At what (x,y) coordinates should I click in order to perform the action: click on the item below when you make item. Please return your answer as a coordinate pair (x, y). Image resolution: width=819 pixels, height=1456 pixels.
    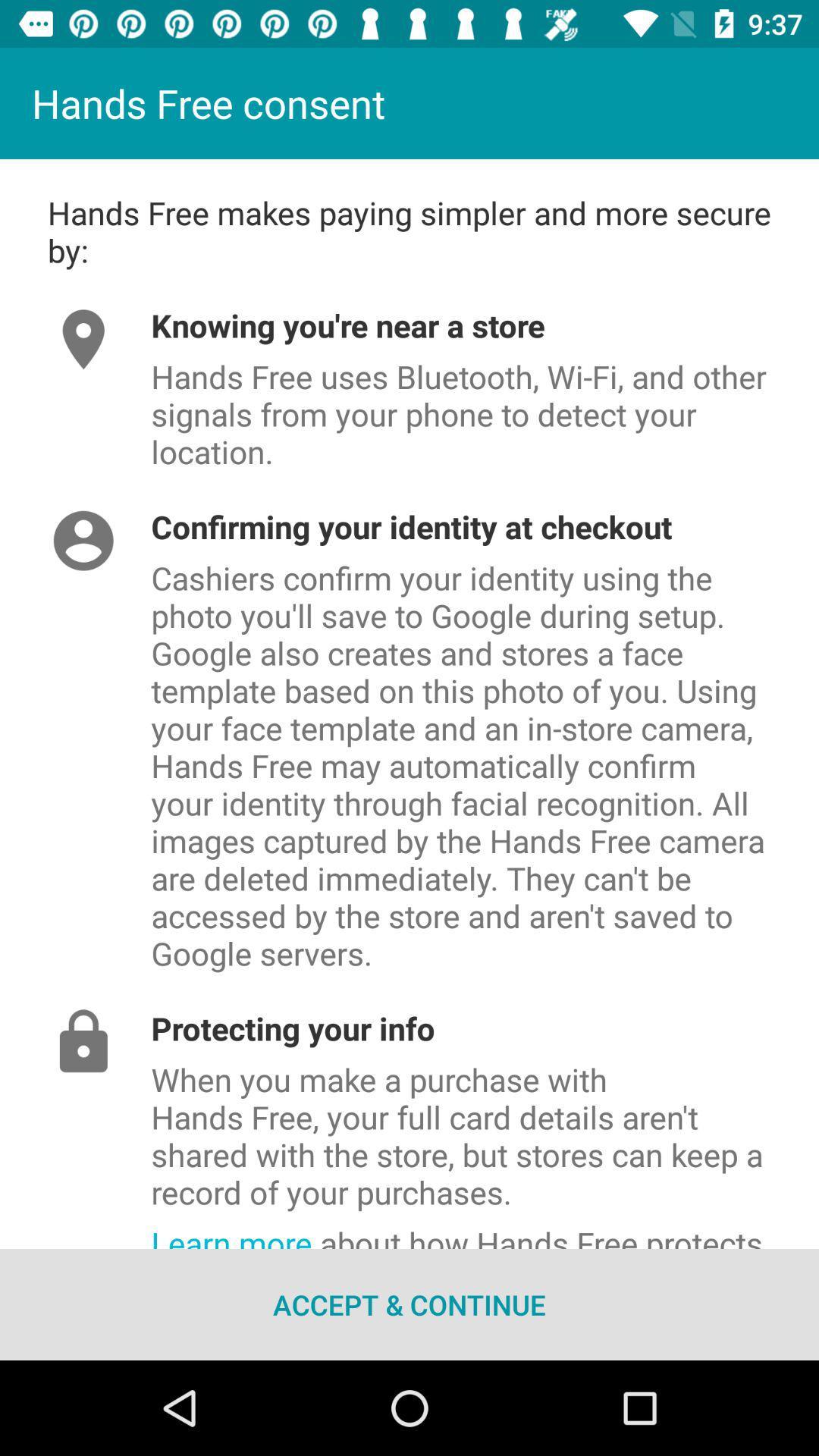
    Looking at the image, I should click on (485, 1231).